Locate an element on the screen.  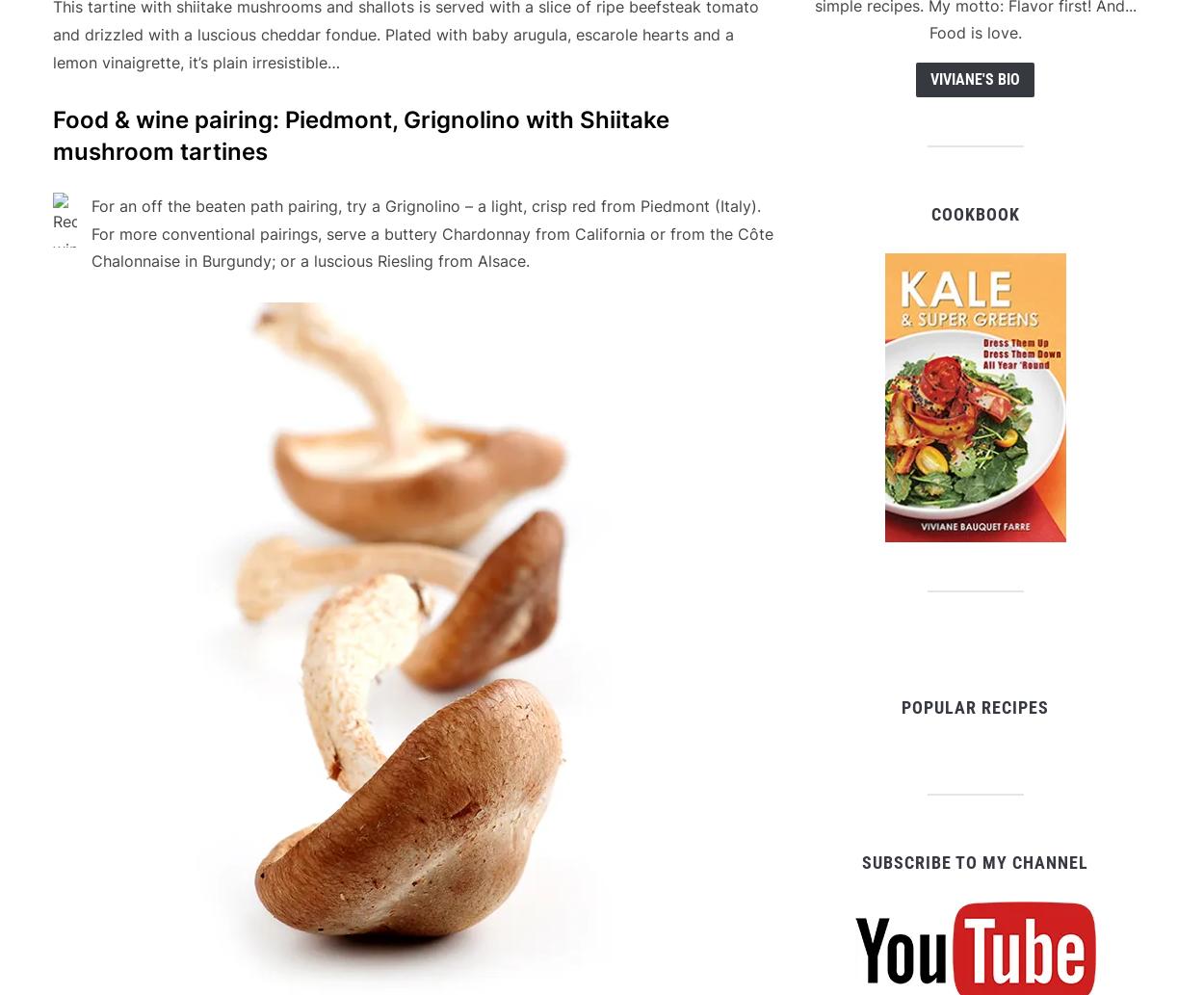
'Sauces & condiments' is located at coordinates (202, 951).